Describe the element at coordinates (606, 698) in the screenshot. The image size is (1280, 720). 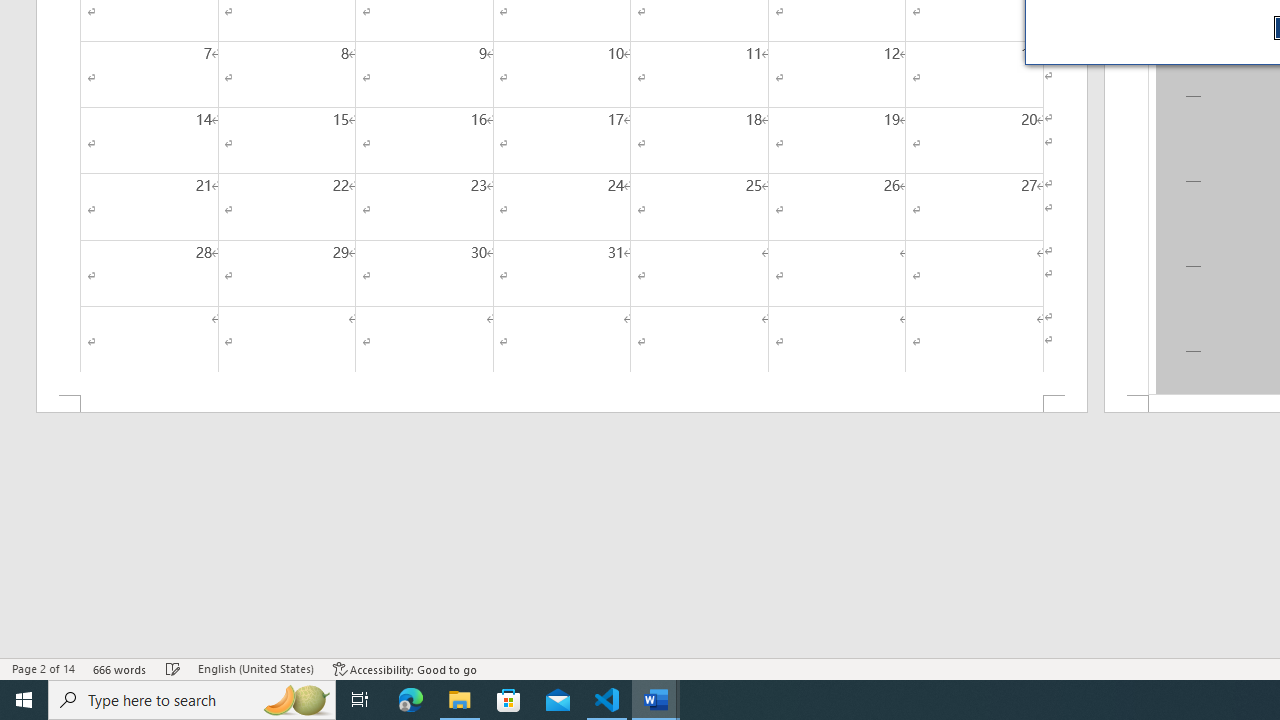
I see `'Visual Studio Code - 1 running window'` at that location.